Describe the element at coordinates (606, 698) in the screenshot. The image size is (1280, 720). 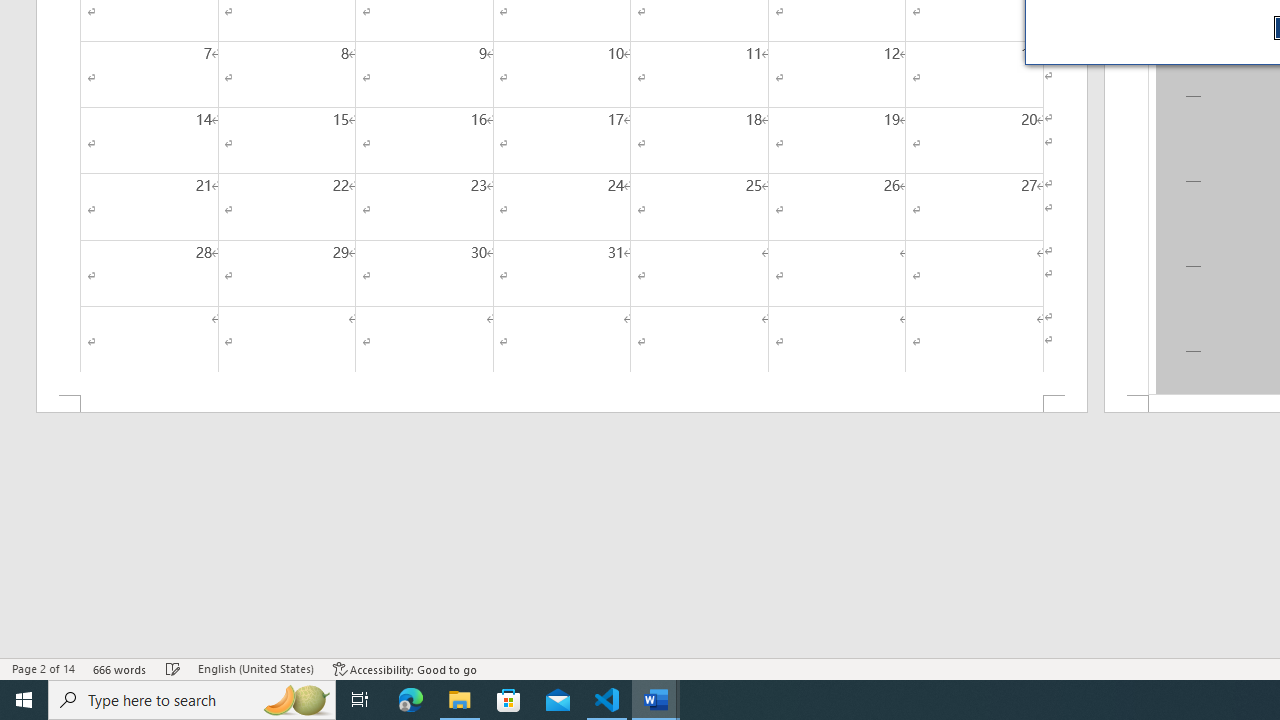
I see `'Visual Studio Code - 1 running window'` at that location.